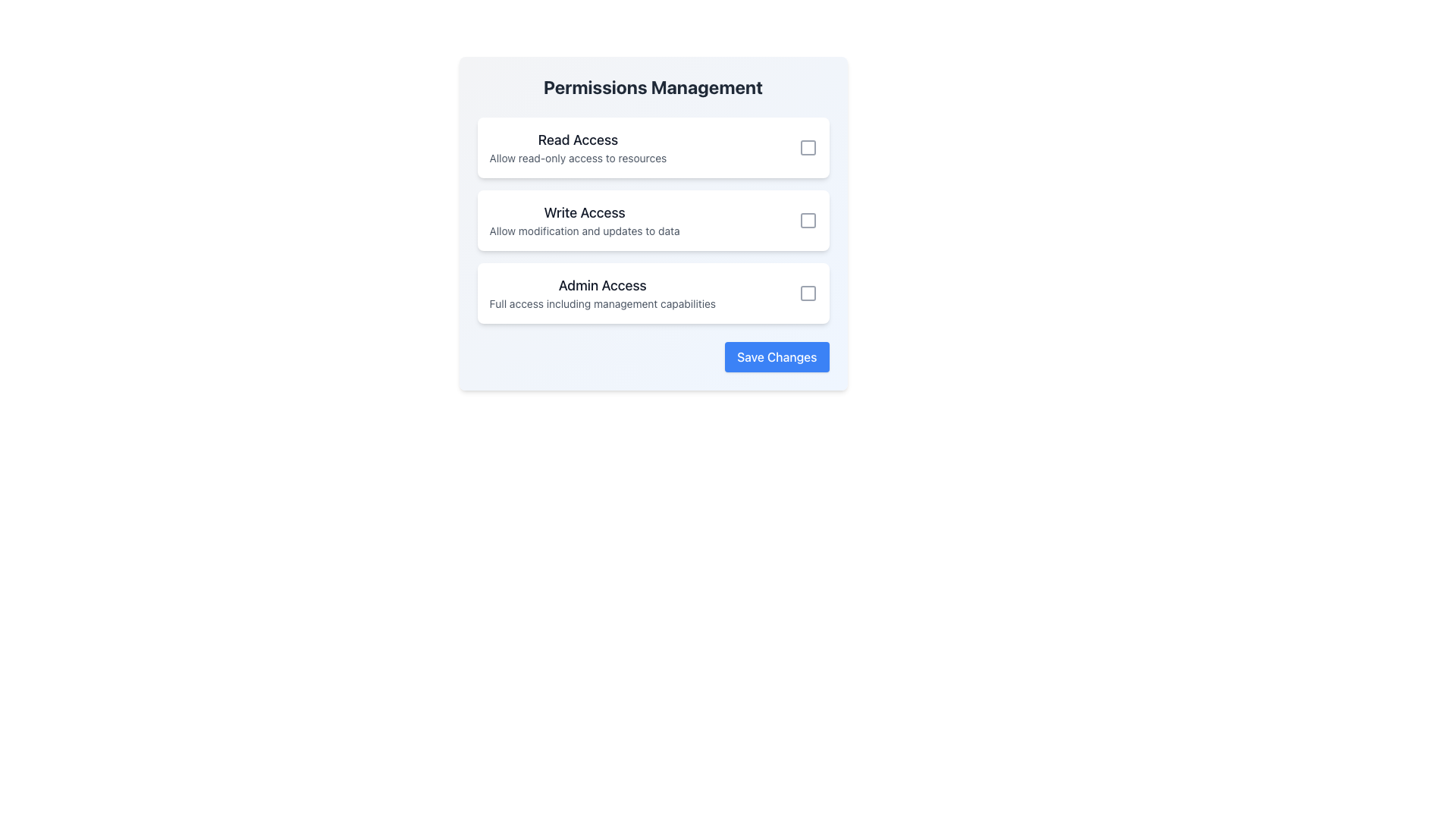 Image resolution: width=1456 pixels, height=819 pixels. I want to click on the checkbox on the Permission option card, so click(653, 220).